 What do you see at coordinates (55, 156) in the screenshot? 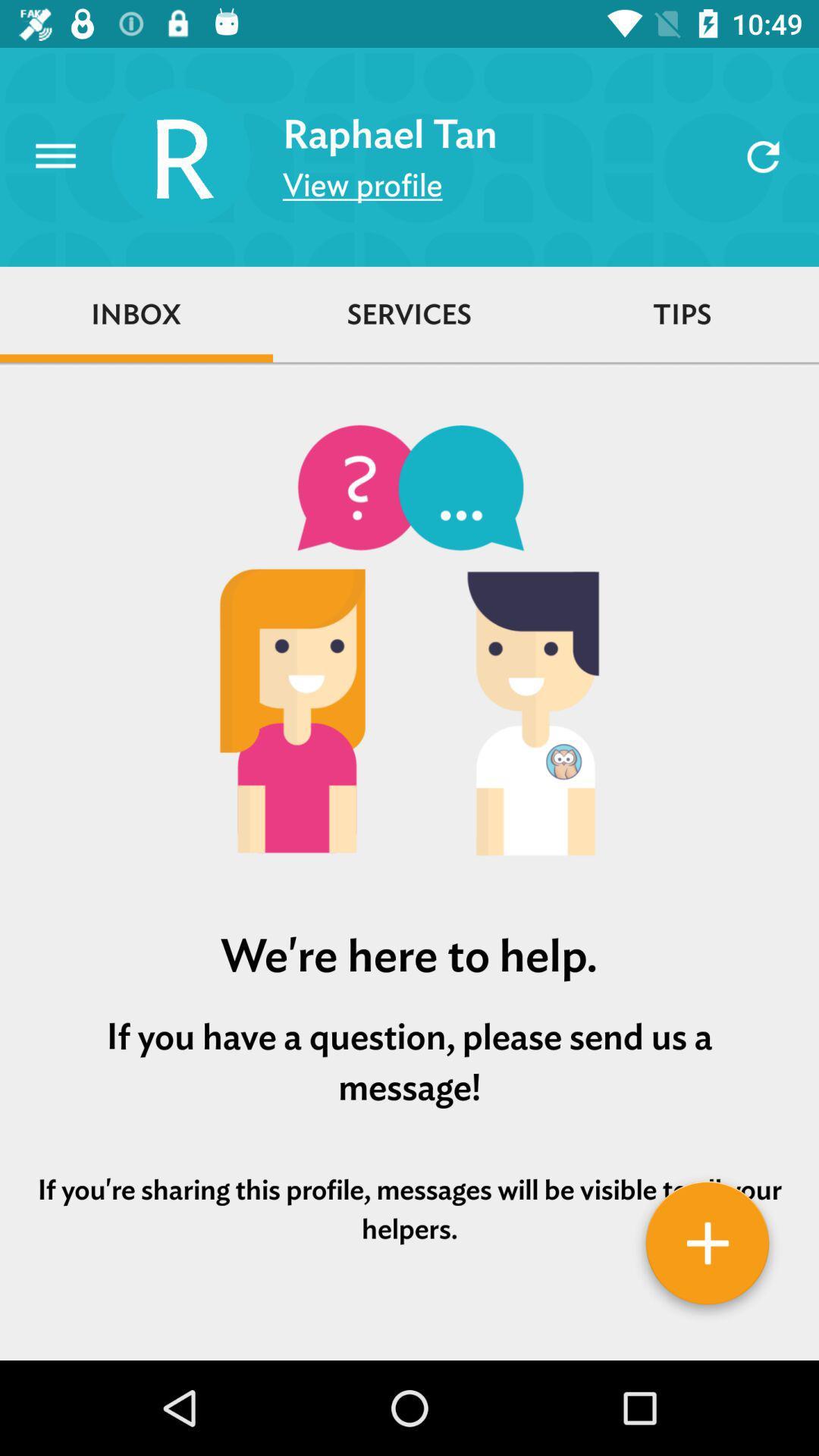
I see `the menu icon` at bounding box center [55, 156].